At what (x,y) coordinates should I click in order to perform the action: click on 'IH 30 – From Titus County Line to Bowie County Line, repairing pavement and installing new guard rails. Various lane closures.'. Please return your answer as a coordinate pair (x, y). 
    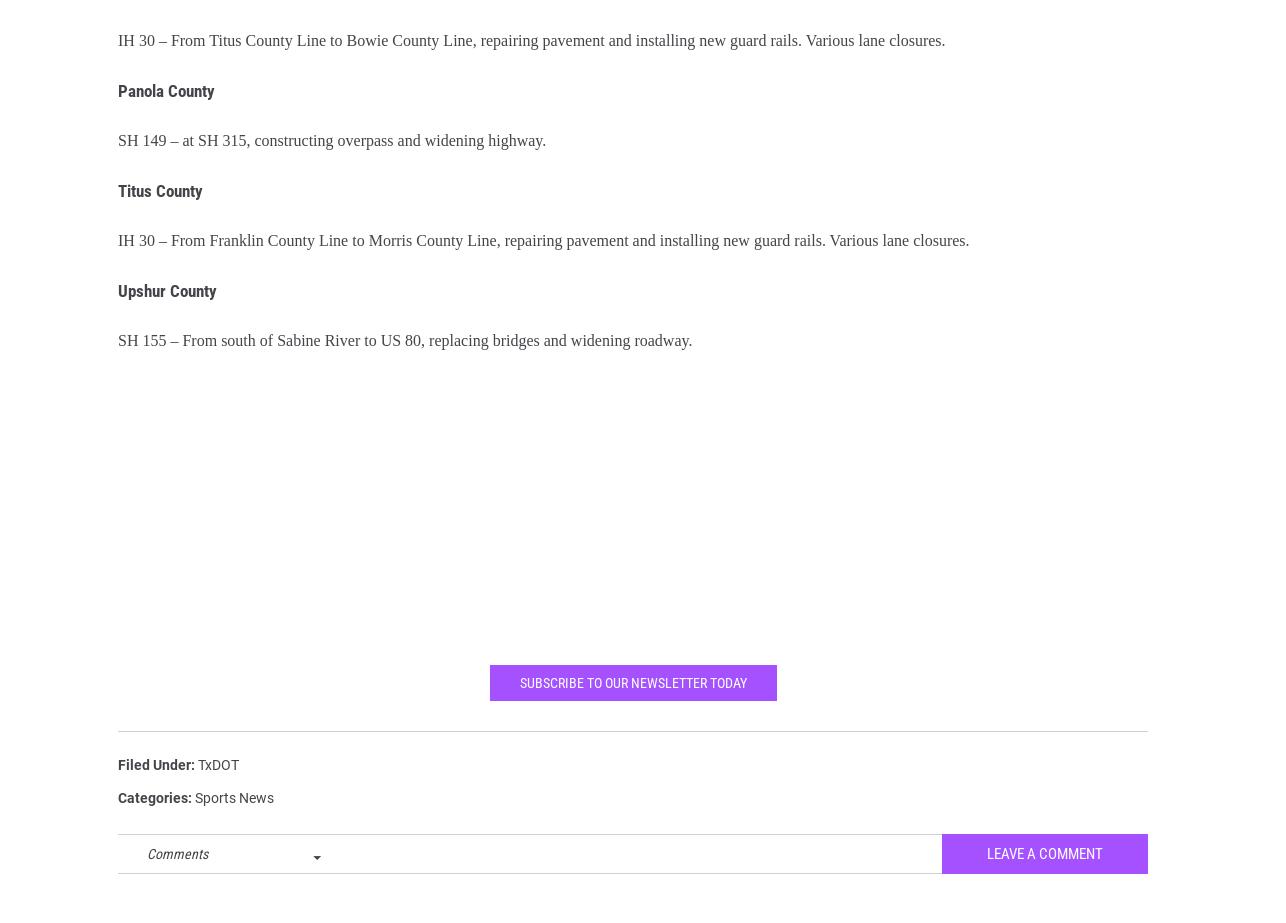
    Looking at the image, I should click on (118, 54).